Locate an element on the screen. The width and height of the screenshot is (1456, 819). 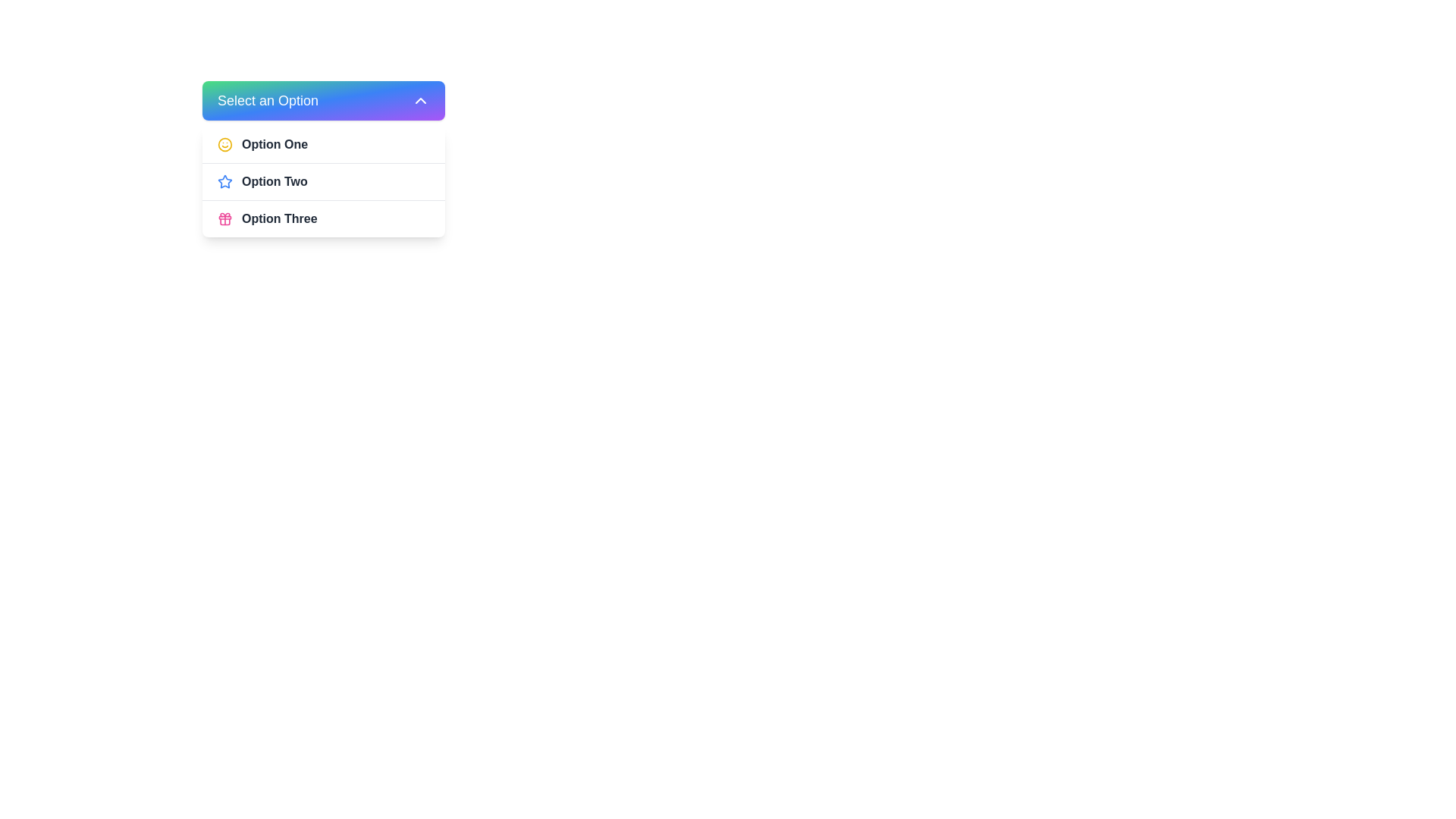
the text 'Option One' in bold, dark gray font is located at coordinates (275, 145).